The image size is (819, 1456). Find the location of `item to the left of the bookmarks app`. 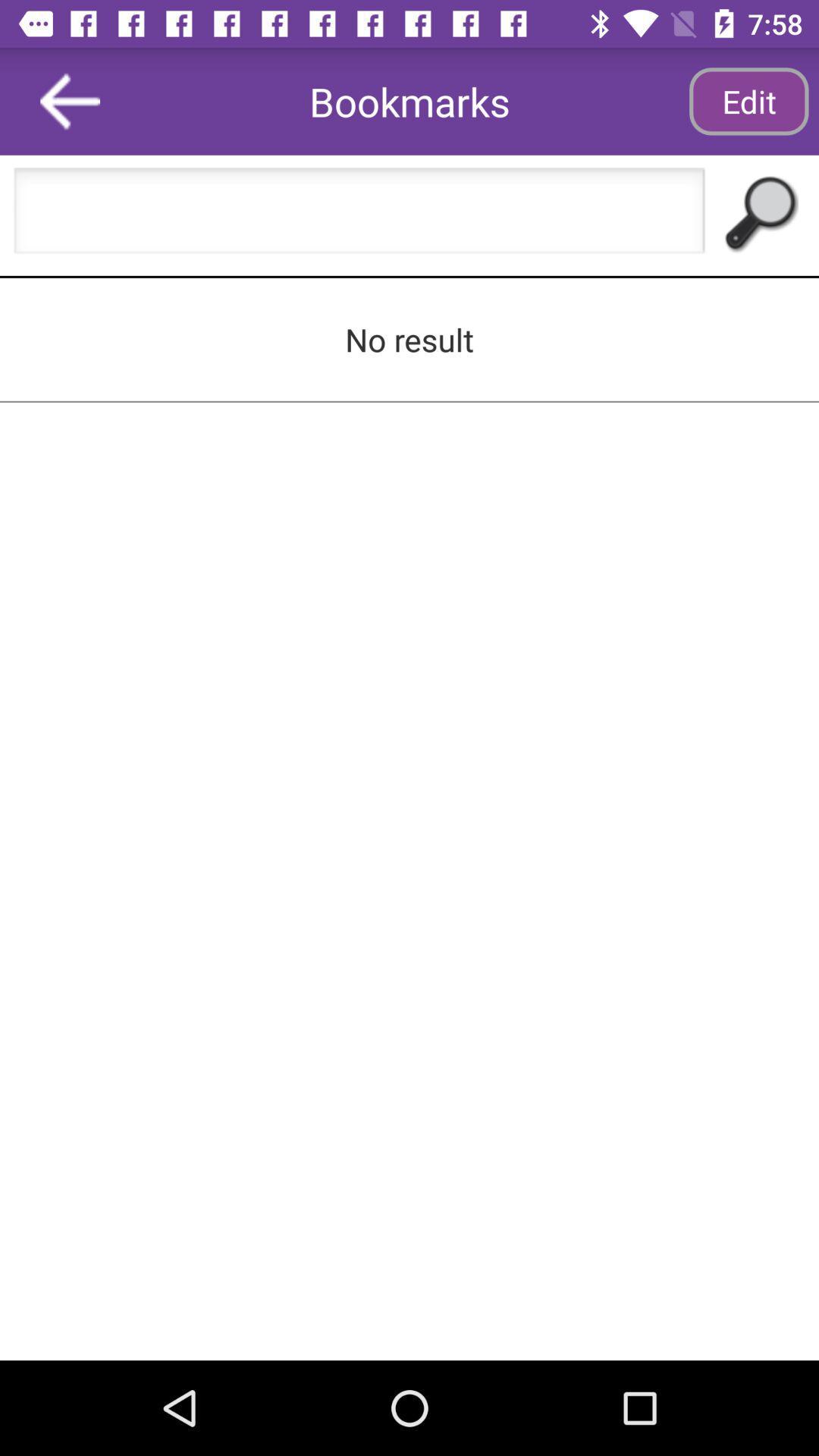

item to the left of the bookmarks app is located at coordinates (70, 100).